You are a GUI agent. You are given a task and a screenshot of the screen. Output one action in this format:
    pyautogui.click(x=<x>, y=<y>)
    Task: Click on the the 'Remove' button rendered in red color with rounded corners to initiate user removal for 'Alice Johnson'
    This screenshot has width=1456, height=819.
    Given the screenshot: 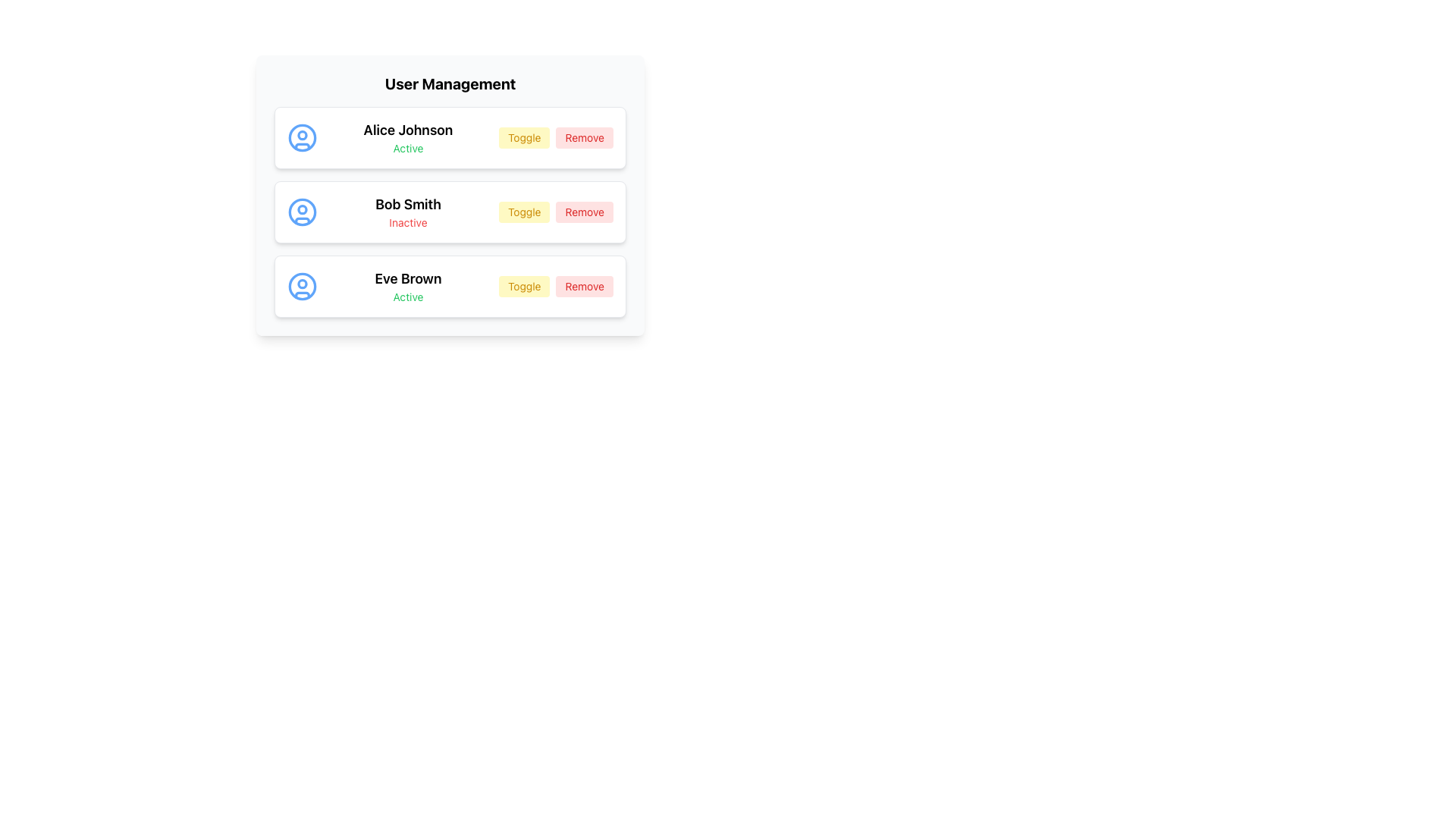 What is the action you would take?
    pyautogui.click(x=584, y=137)
    